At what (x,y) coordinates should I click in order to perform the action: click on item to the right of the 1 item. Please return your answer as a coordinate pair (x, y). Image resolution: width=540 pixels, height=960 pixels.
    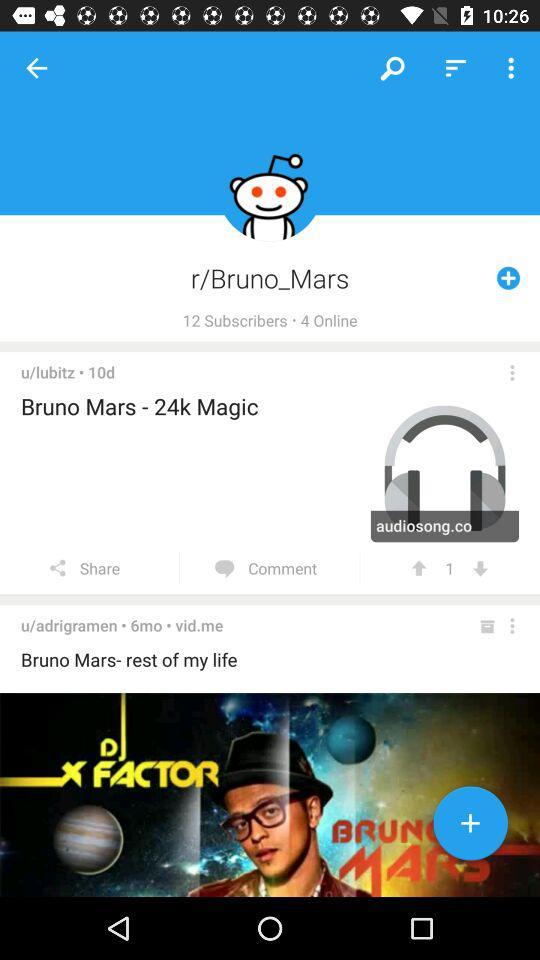
    Looking at the image, I should click on (479, 568).